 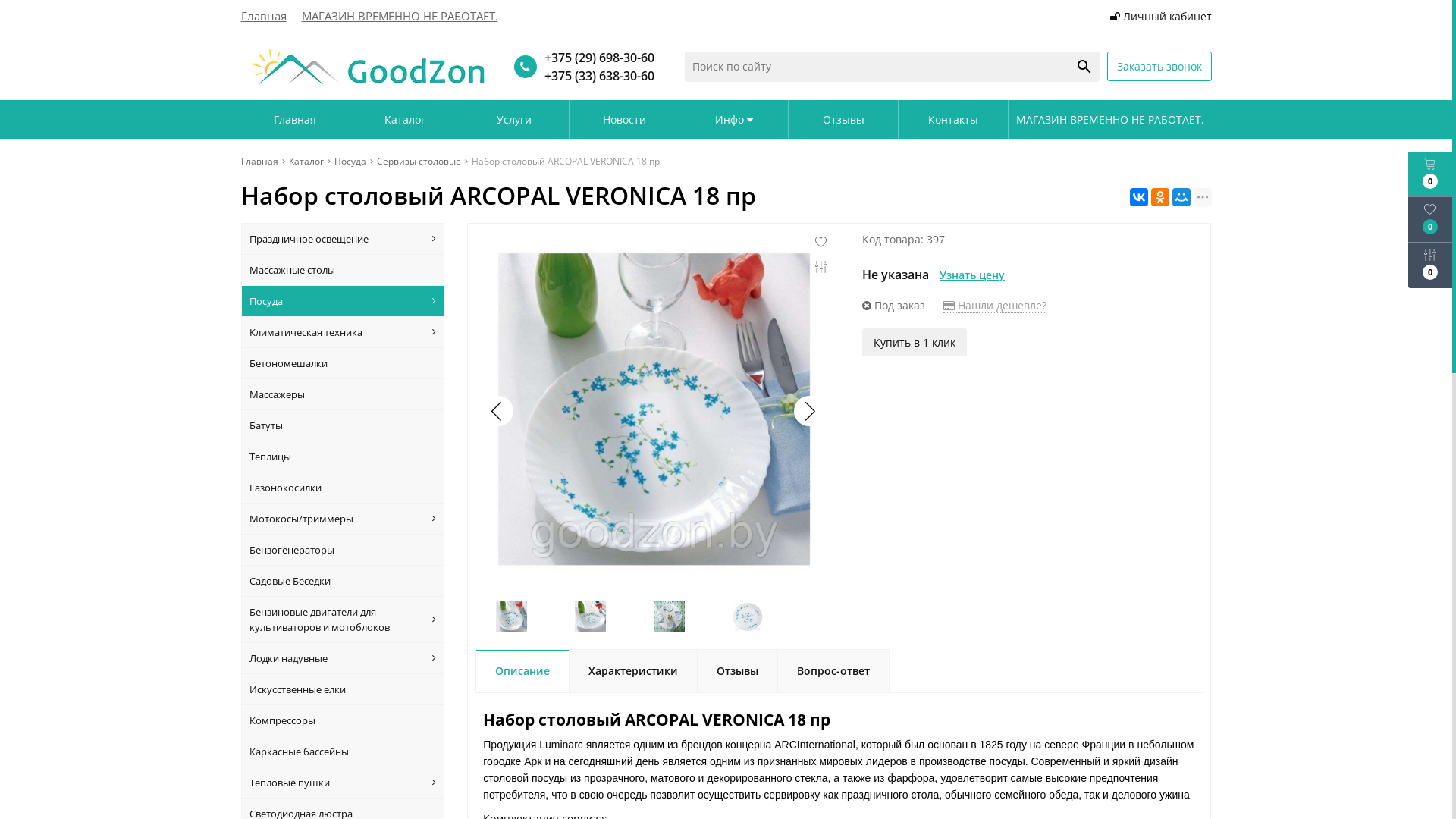 I want to click on '+375 (33) 638-30-60', so click(x=537, y=76).